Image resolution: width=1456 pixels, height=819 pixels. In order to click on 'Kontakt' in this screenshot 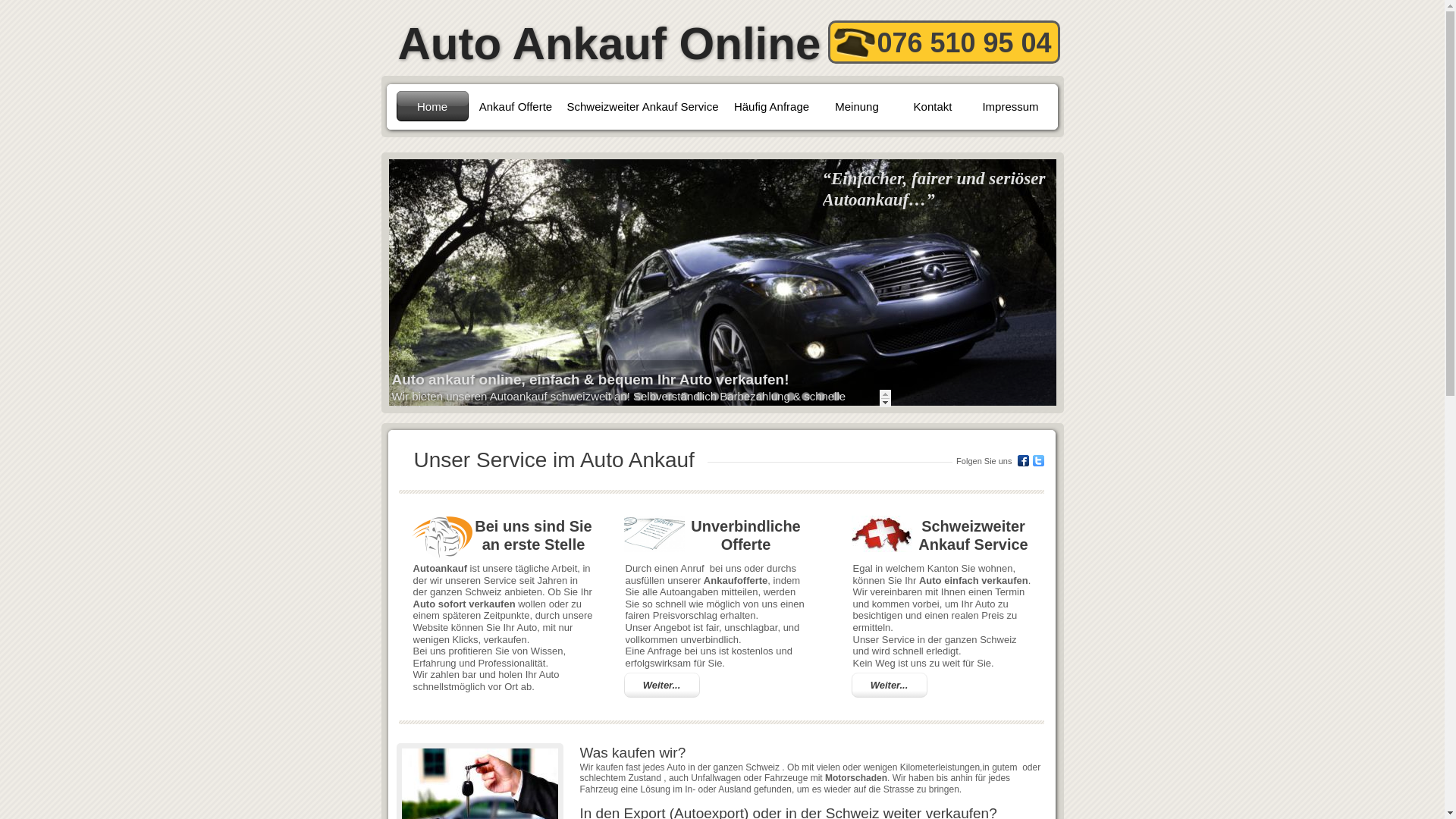, I will do `click(931, 105)`.